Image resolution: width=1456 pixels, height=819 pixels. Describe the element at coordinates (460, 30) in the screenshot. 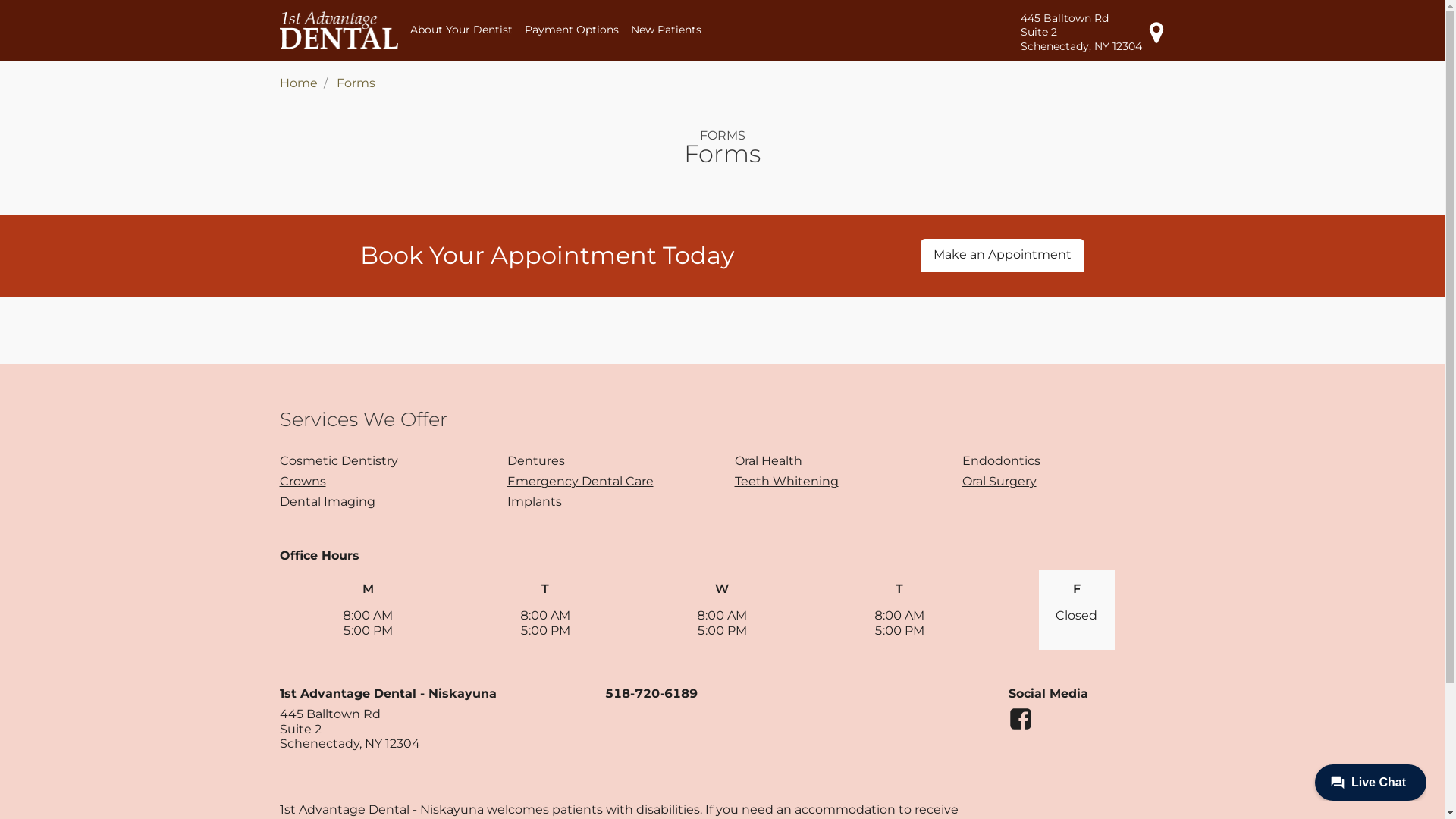

I see `'About Your Dentist'` at that location.